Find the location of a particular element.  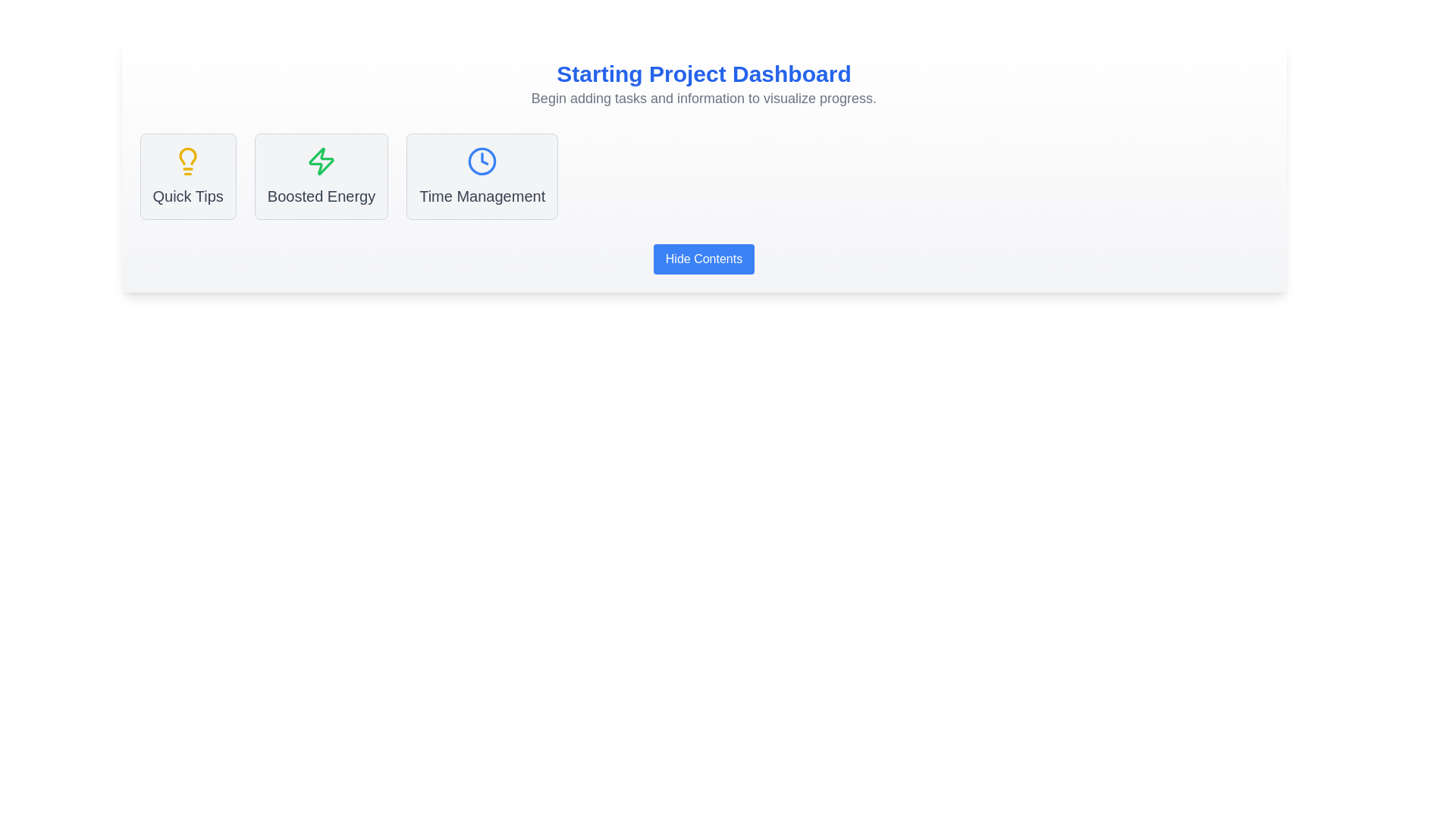

the lightning bolt icon representing the 'Boosted Energy' feature, which is centrally aligned above the text 'Boosted Energy' in the highlighted feature box is located at coordinates (320, 161).